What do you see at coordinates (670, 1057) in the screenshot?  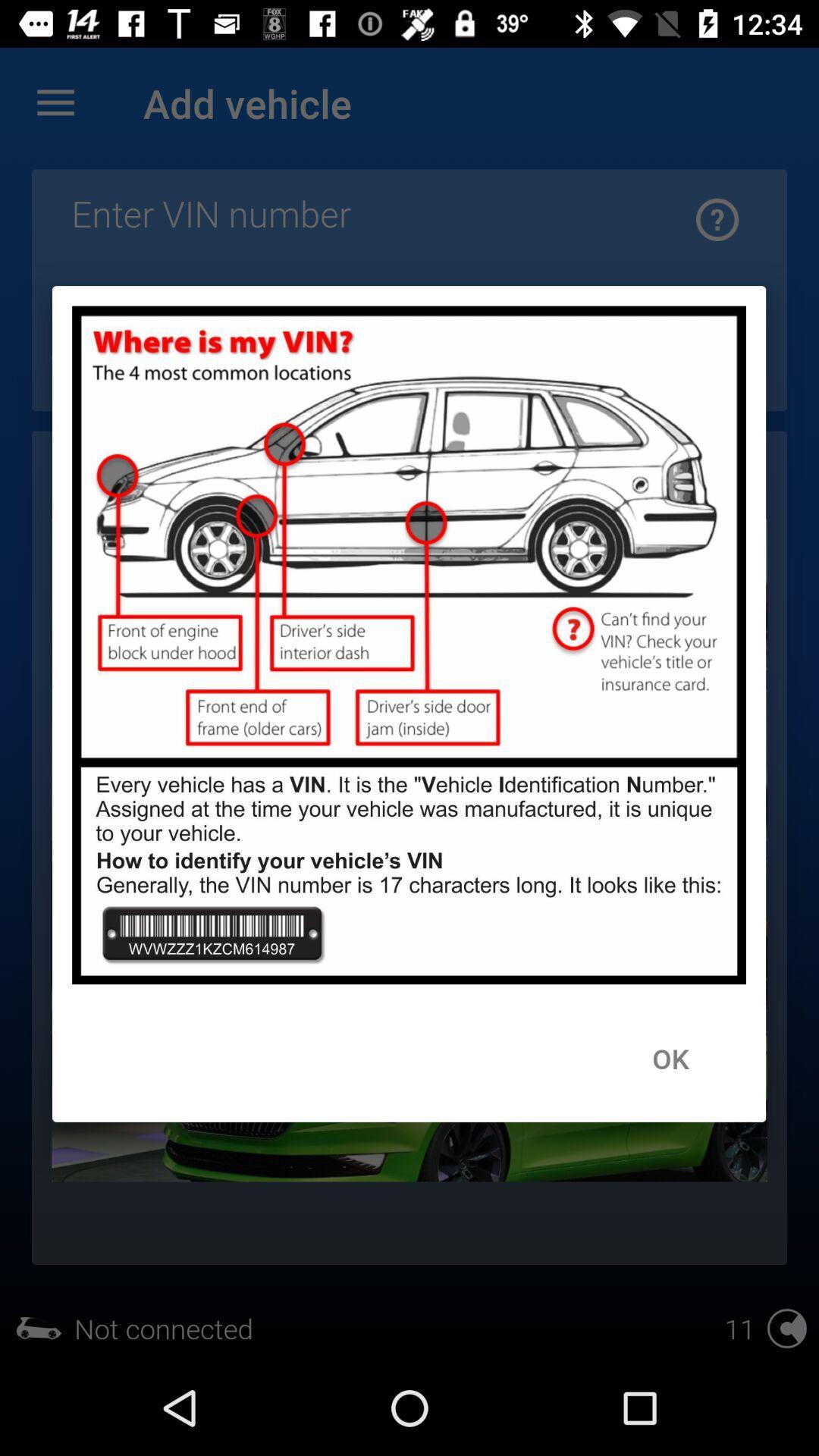 I see `ok at the bottom right corner` at bounding box center [670, 1057].